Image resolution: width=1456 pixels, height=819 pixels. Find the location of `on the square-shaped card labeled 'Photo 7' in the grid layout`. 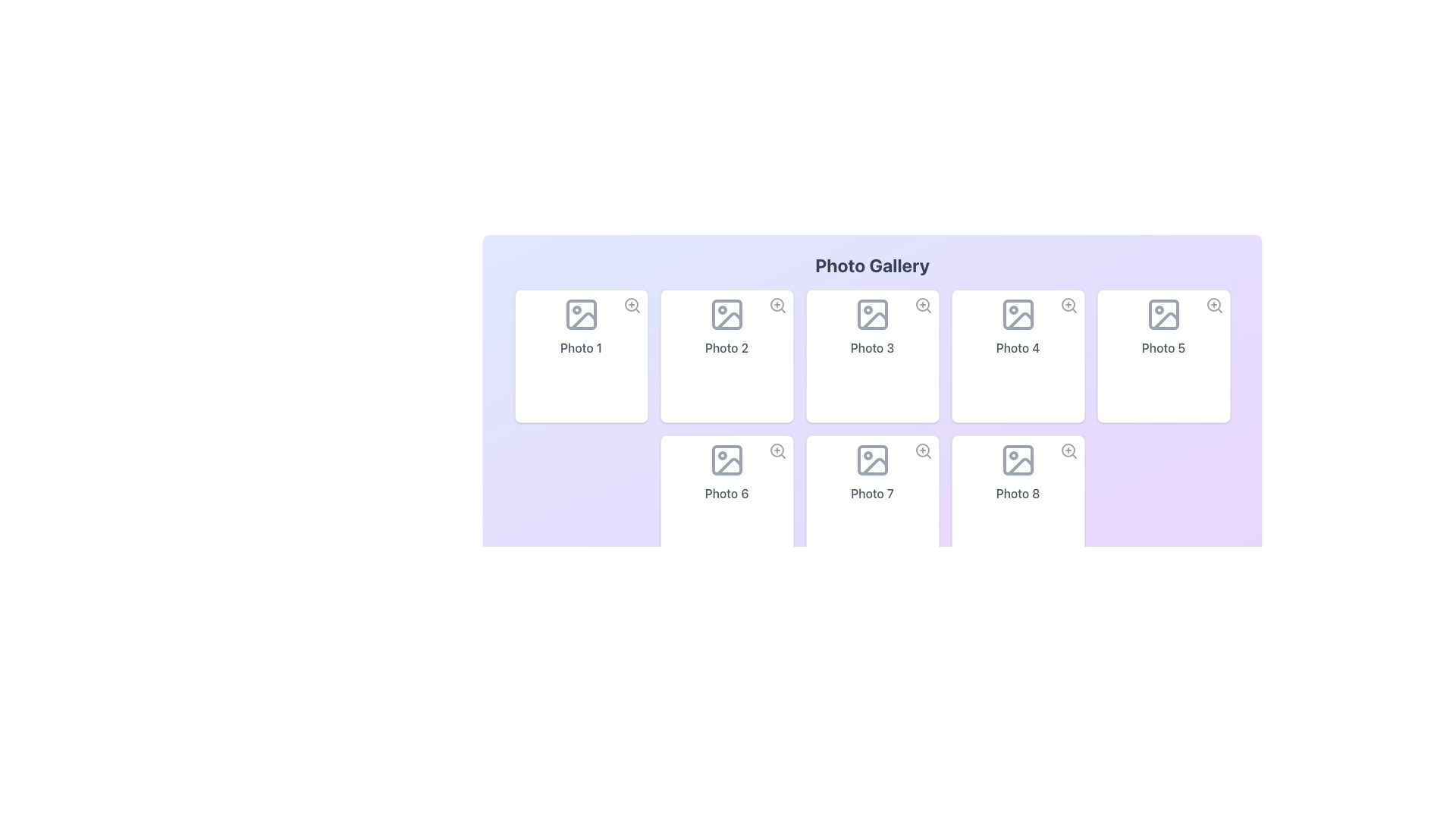

on the square-shaped card labeled 'Photo 7' in the grid layout is located at coordinates (872, 502).